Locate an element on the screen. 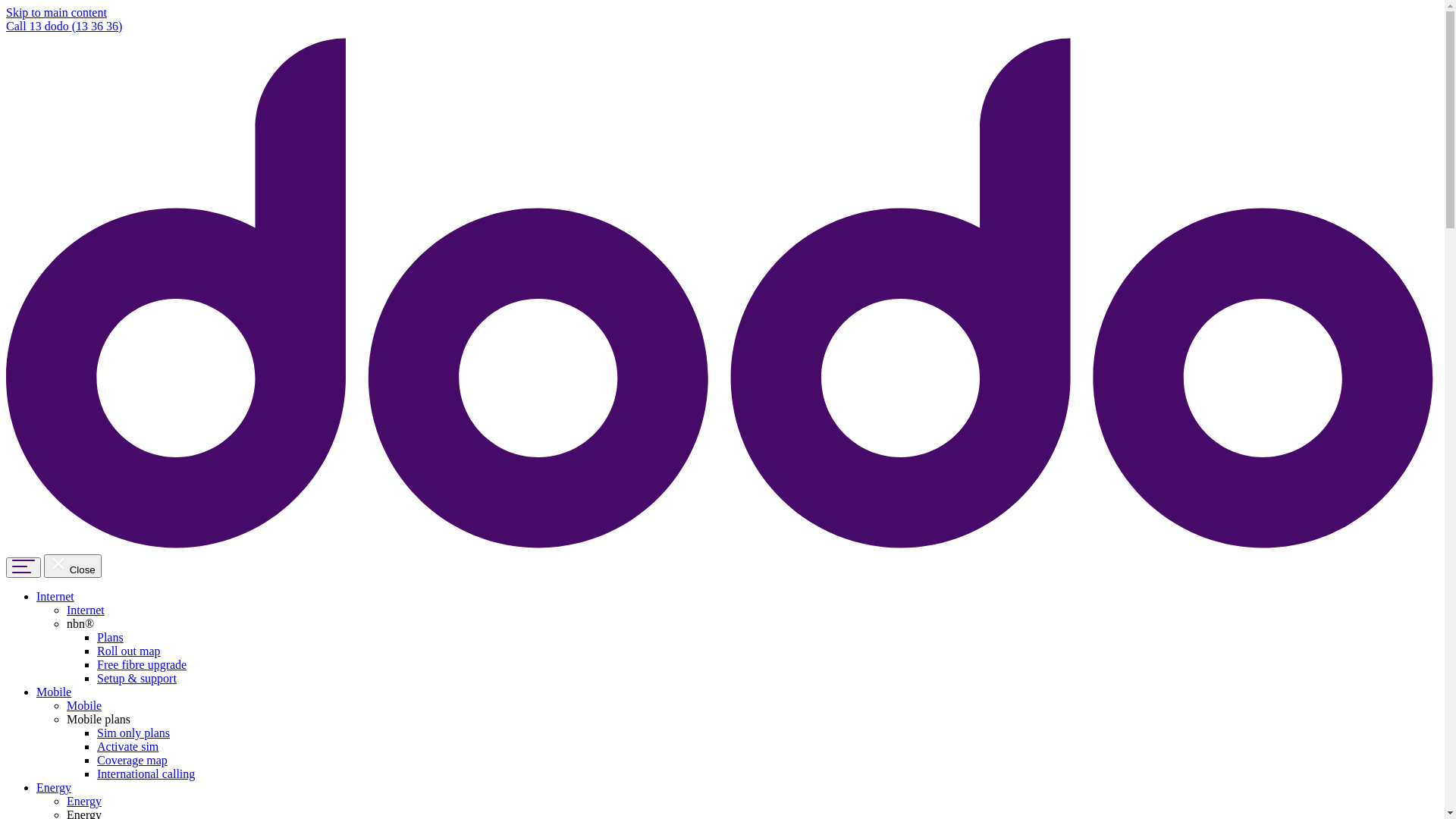 The width and height of the screenshot is (1456, 819). 'Internet' is located at coordinates (85, 609).